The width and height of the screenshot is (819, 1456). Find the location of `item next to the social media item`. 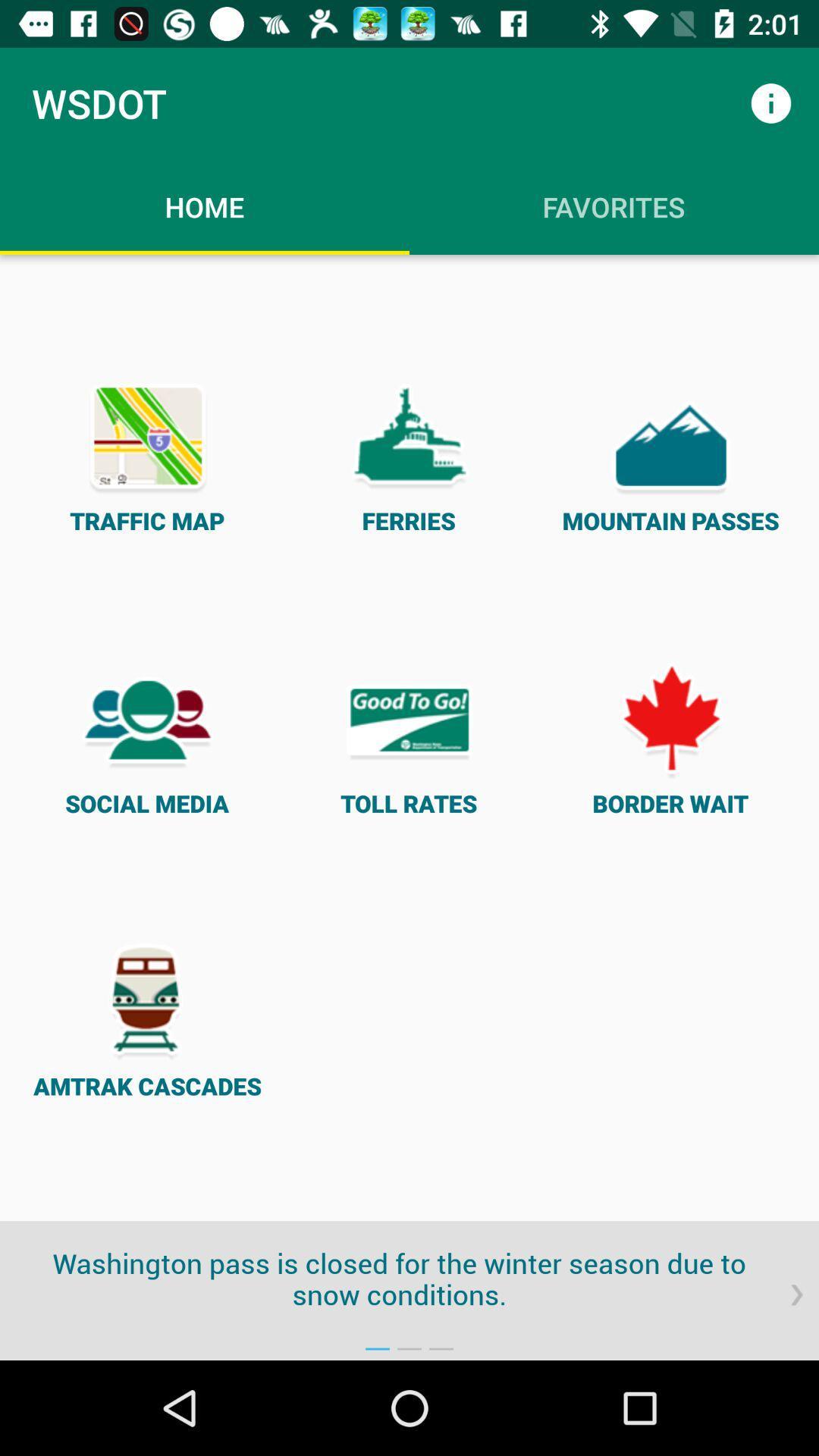

item next to the social media item is located at coordinates (408, 738).